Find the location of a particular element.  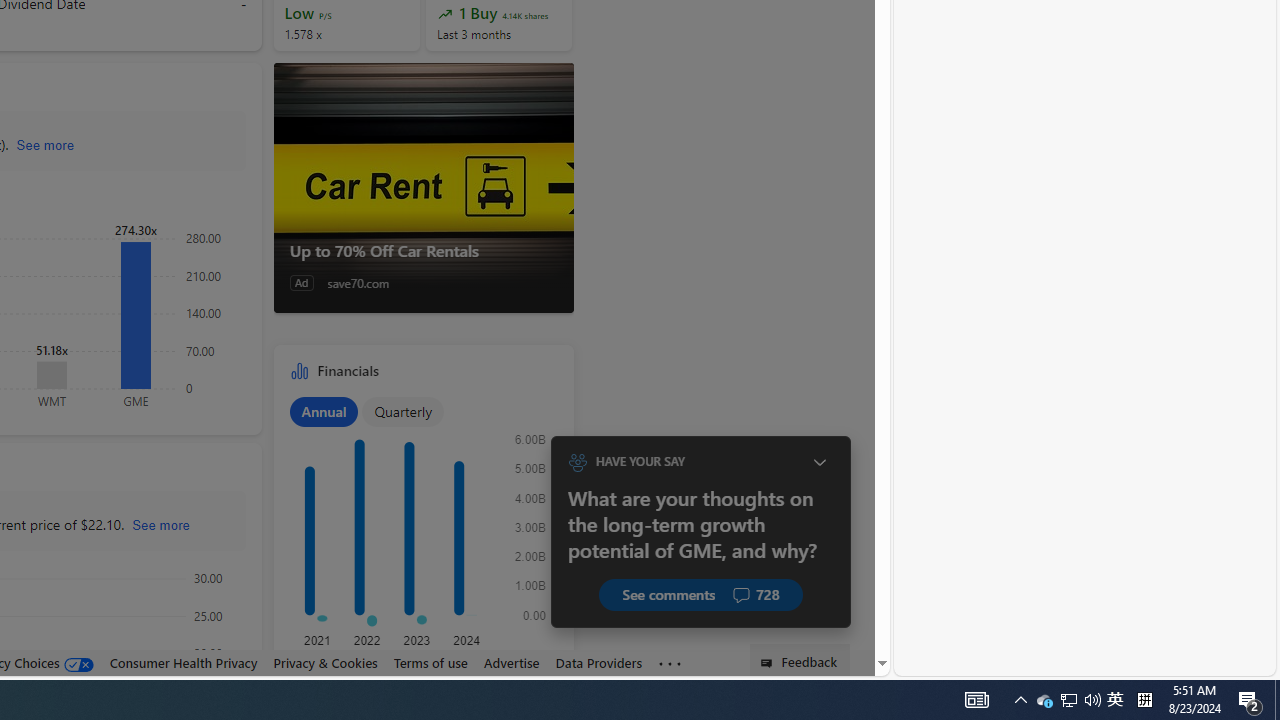

'Up to 70% Off Car Rentals' is located at coordinates (422, 188).